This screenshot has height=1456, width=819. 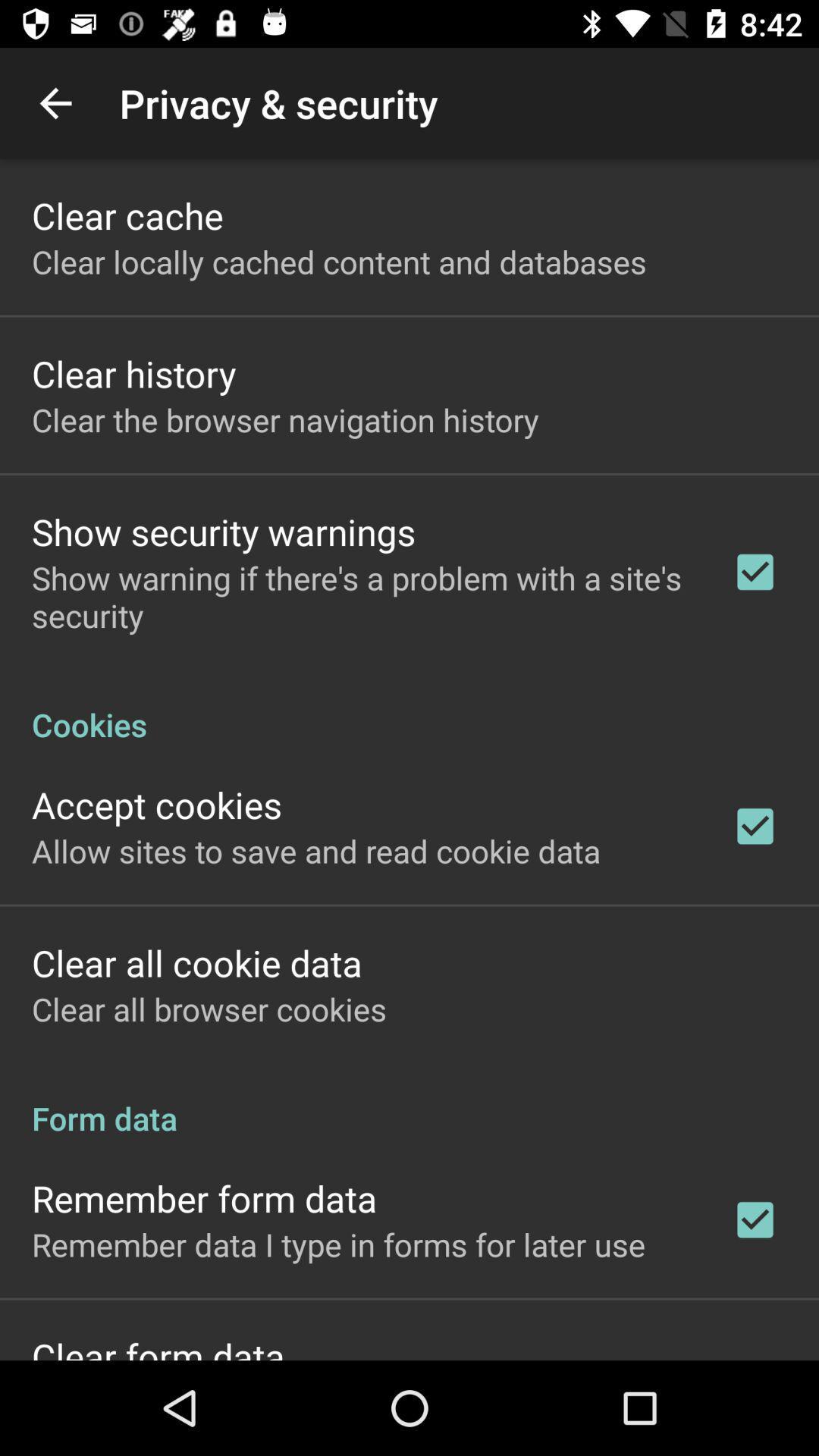 I want to click on the accept cookies item, so click(x=157, y=804).